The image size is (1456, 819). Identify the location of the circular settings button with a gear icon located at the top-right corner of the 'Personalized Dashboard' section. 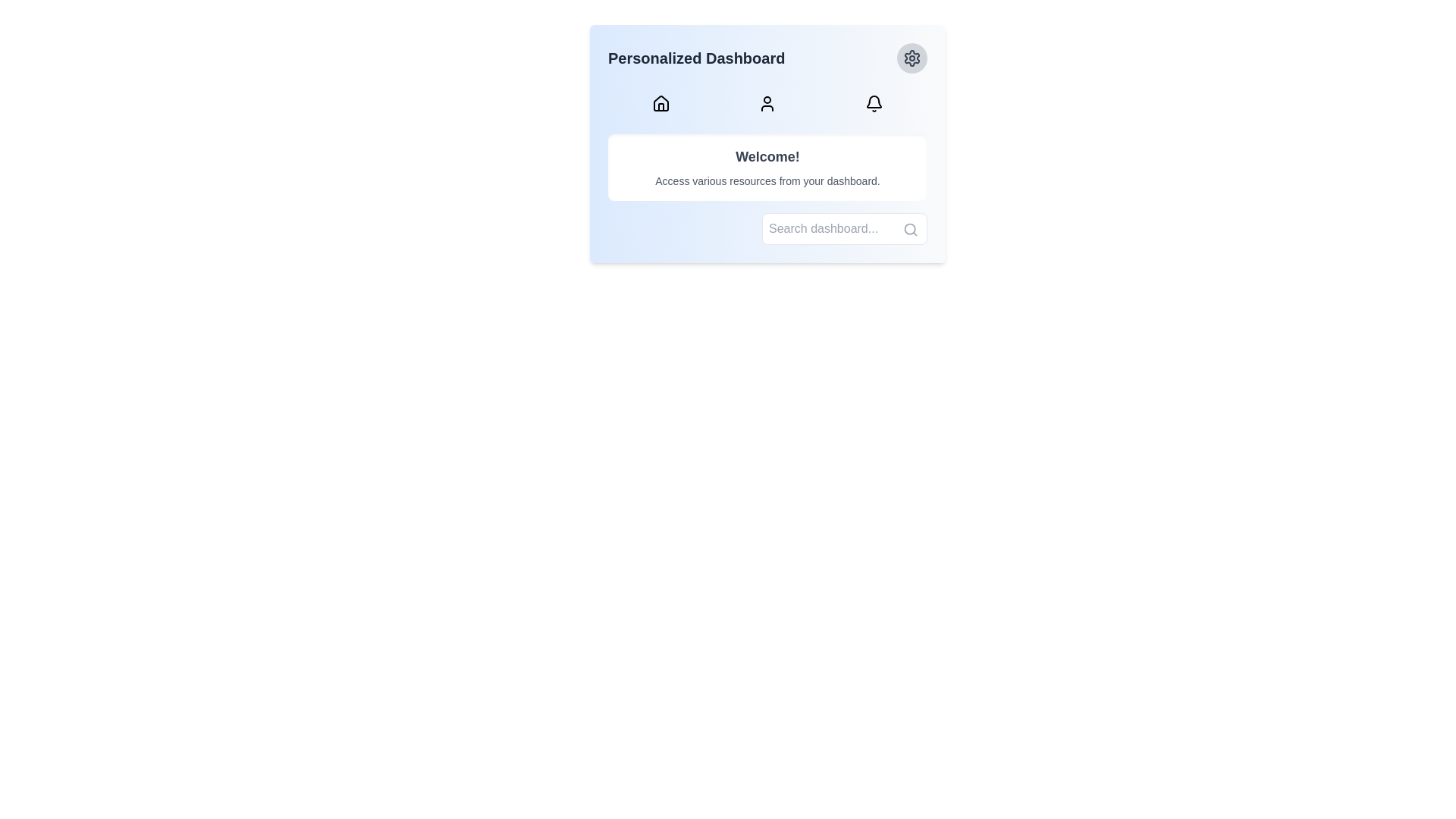
(912, 58).